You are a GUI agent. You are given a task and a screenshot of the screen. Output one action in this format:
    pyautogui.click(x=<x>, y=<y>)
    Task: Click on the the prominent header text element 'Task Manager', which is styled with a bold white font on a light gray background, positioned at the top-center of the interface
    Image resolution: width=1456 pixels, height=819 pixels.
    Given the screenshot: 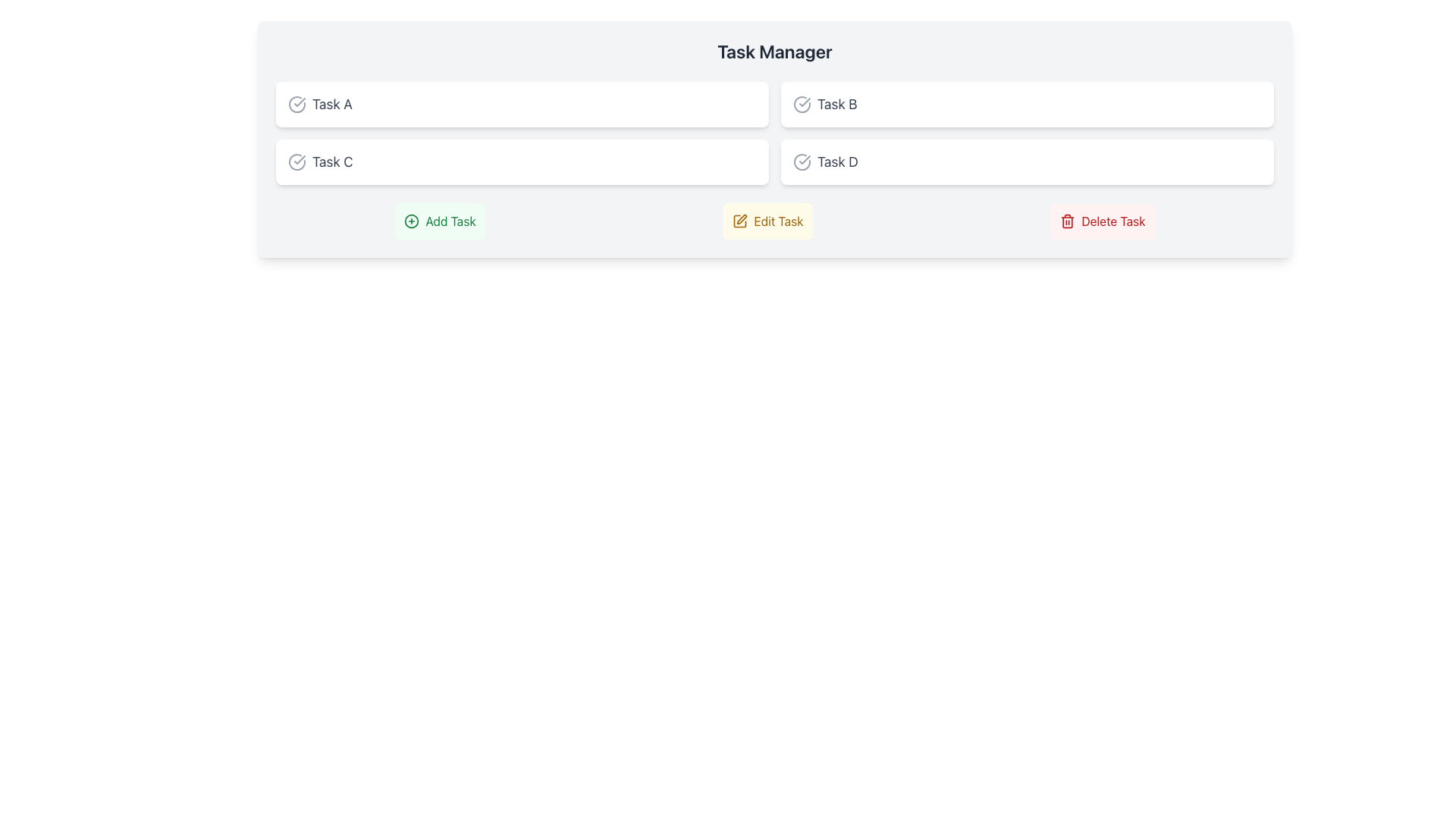 What is the action you would take?
    pyautogui.click(x=775, y=51)
    